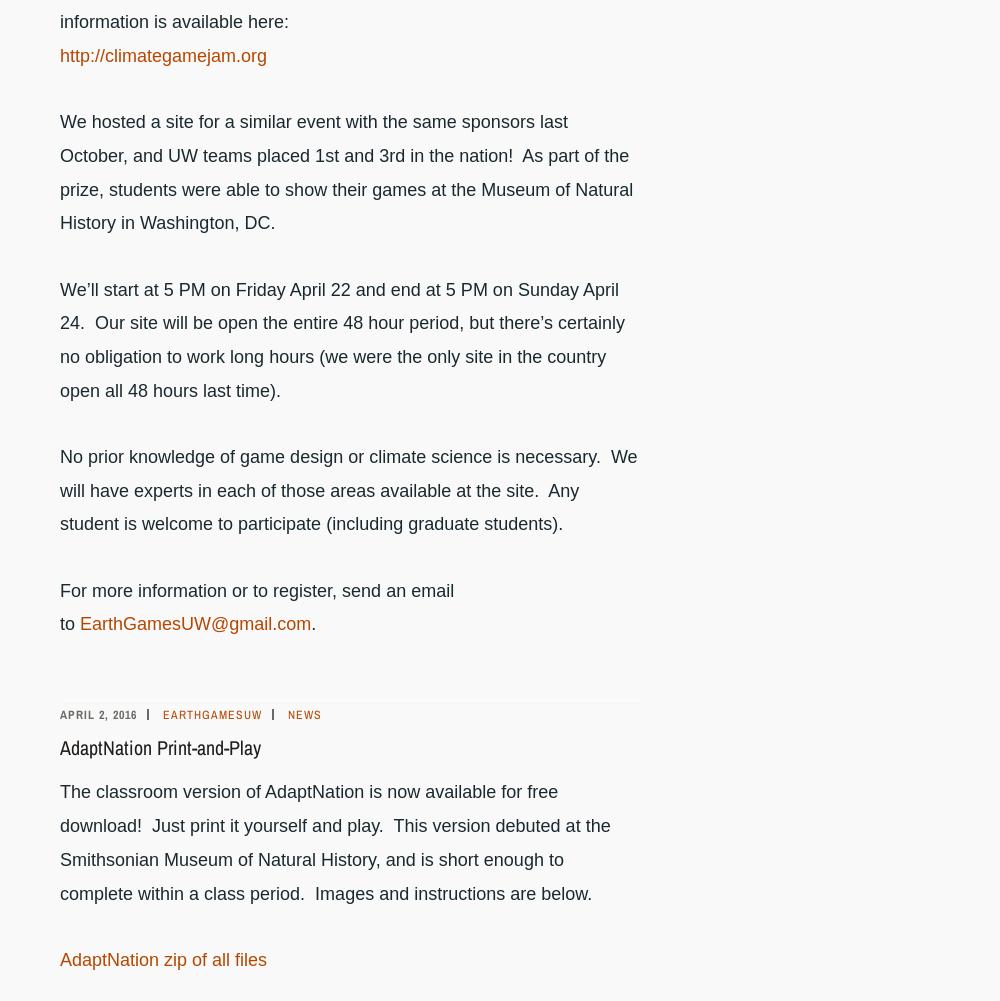  Describe the element at coordinates (312, 624) in the screenshot. I see `'.'` at that location.